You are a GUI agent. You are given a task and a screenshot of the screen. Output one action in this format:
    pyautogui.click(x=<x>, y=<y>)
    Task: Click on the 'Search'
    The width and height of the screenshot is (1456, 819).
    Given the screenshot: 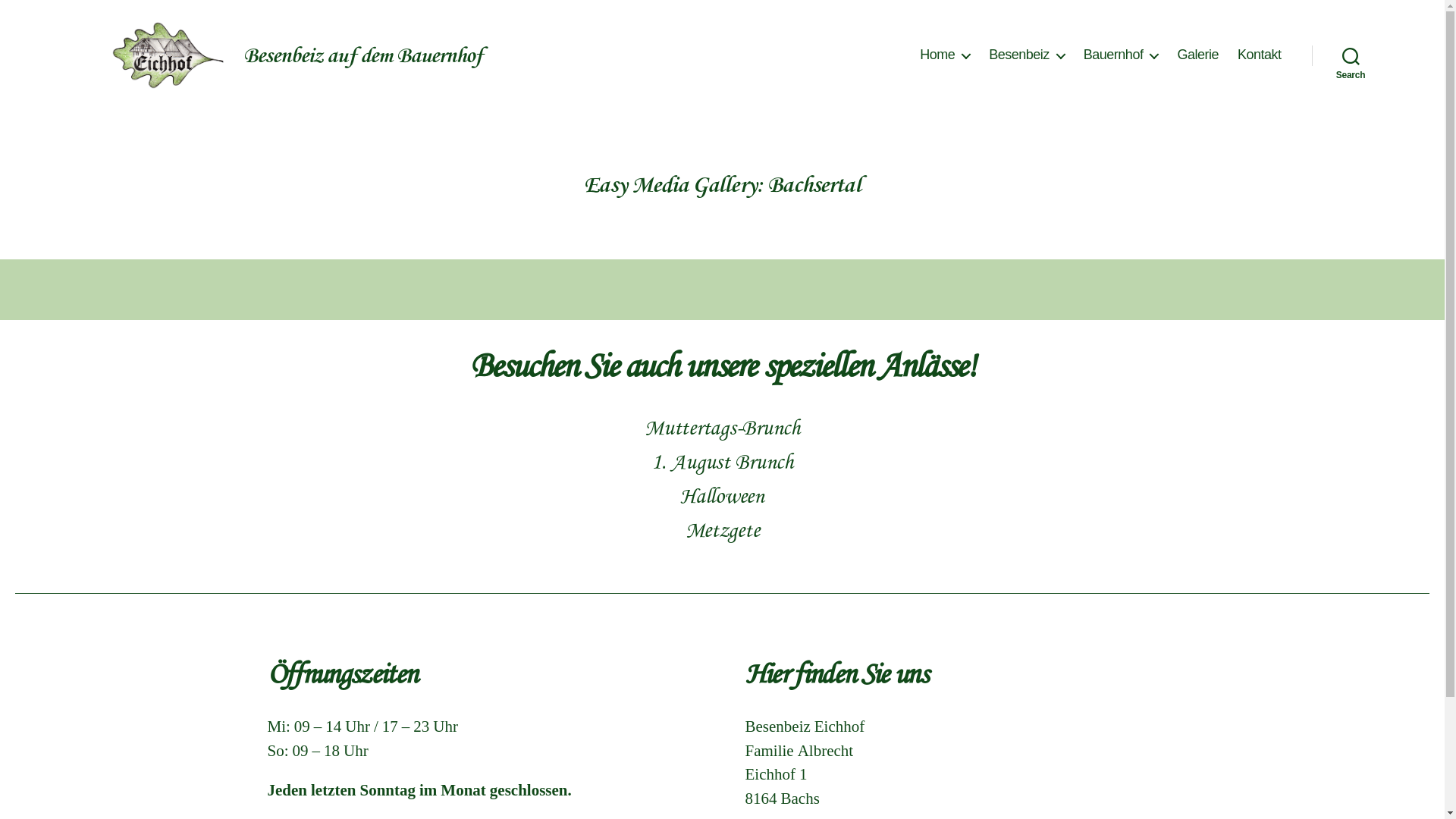 What is the action you would take?
    pyautogui.click(x=1351, y=55)
    